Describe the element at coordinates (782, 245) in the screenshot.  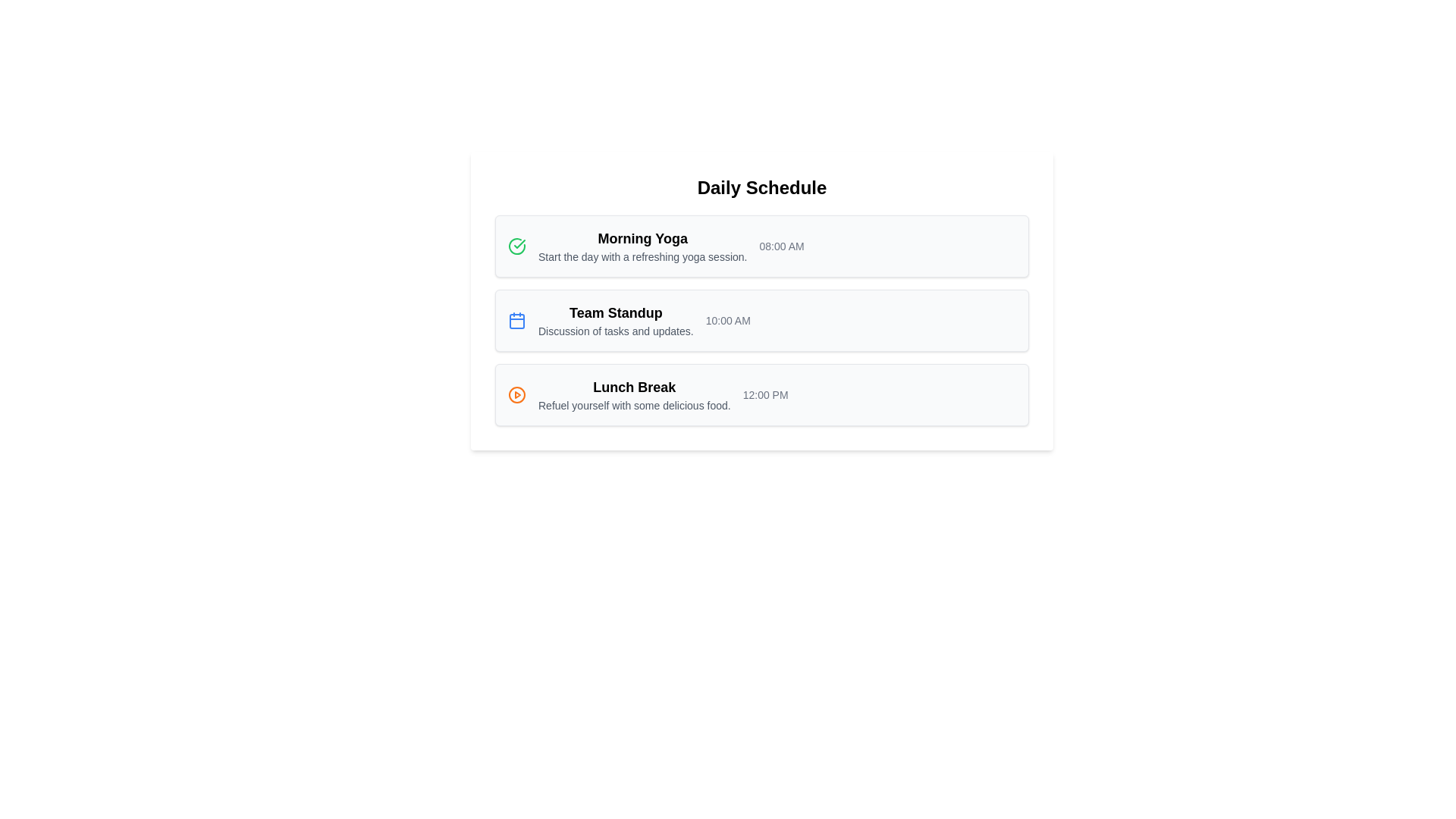
I see `text displayed in the Static Text Display indicating the time for the 'Morning Yoga' event, located at the far-right side of the schedule item` at that location.